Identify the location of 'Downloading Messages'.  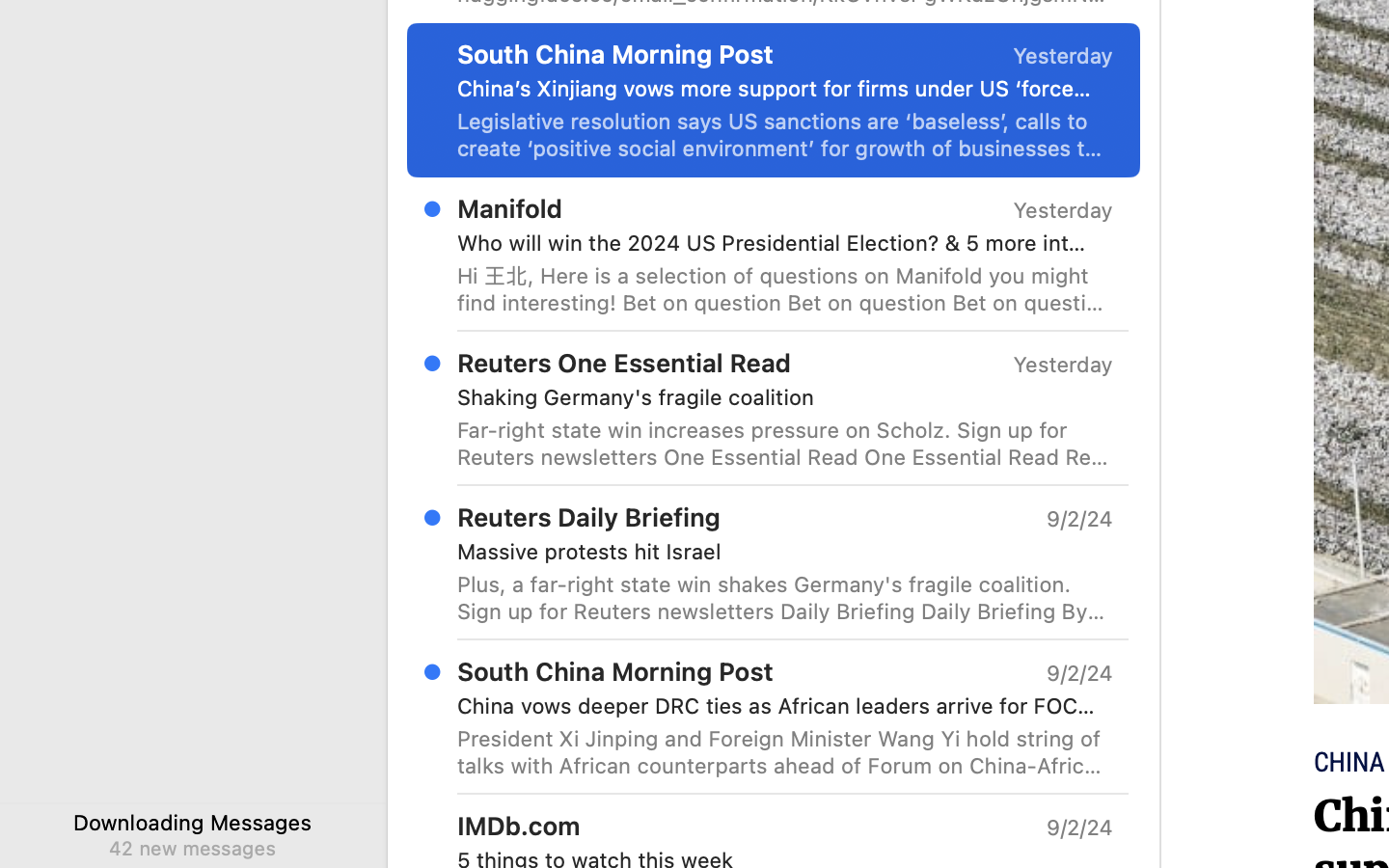
(193, 822).